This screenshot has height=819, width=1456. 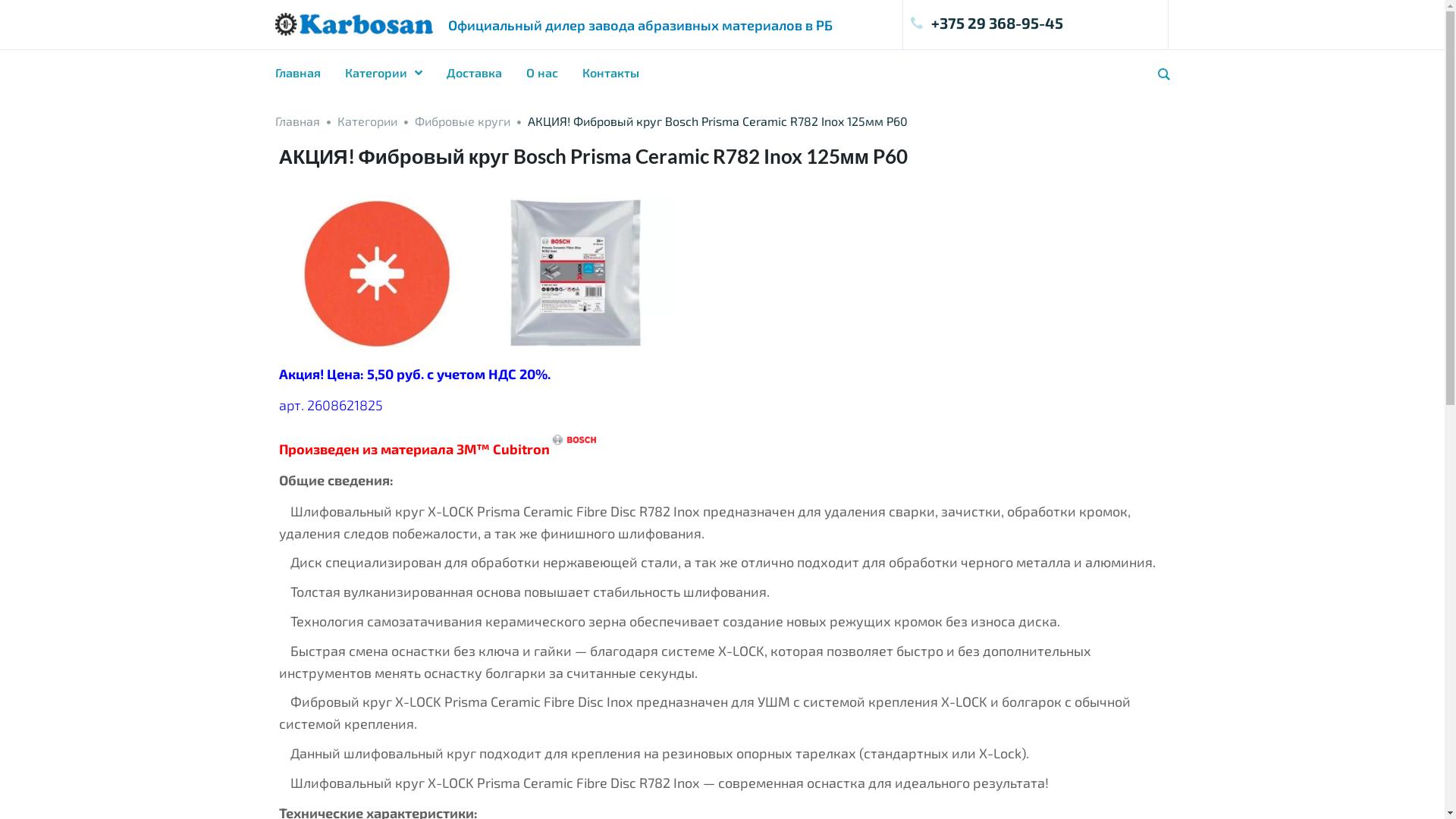 What do you see at coordinates (910, 23) in the screenshot?
I see `'+375 29 368-95-45'` at bounding box center [910, 23].